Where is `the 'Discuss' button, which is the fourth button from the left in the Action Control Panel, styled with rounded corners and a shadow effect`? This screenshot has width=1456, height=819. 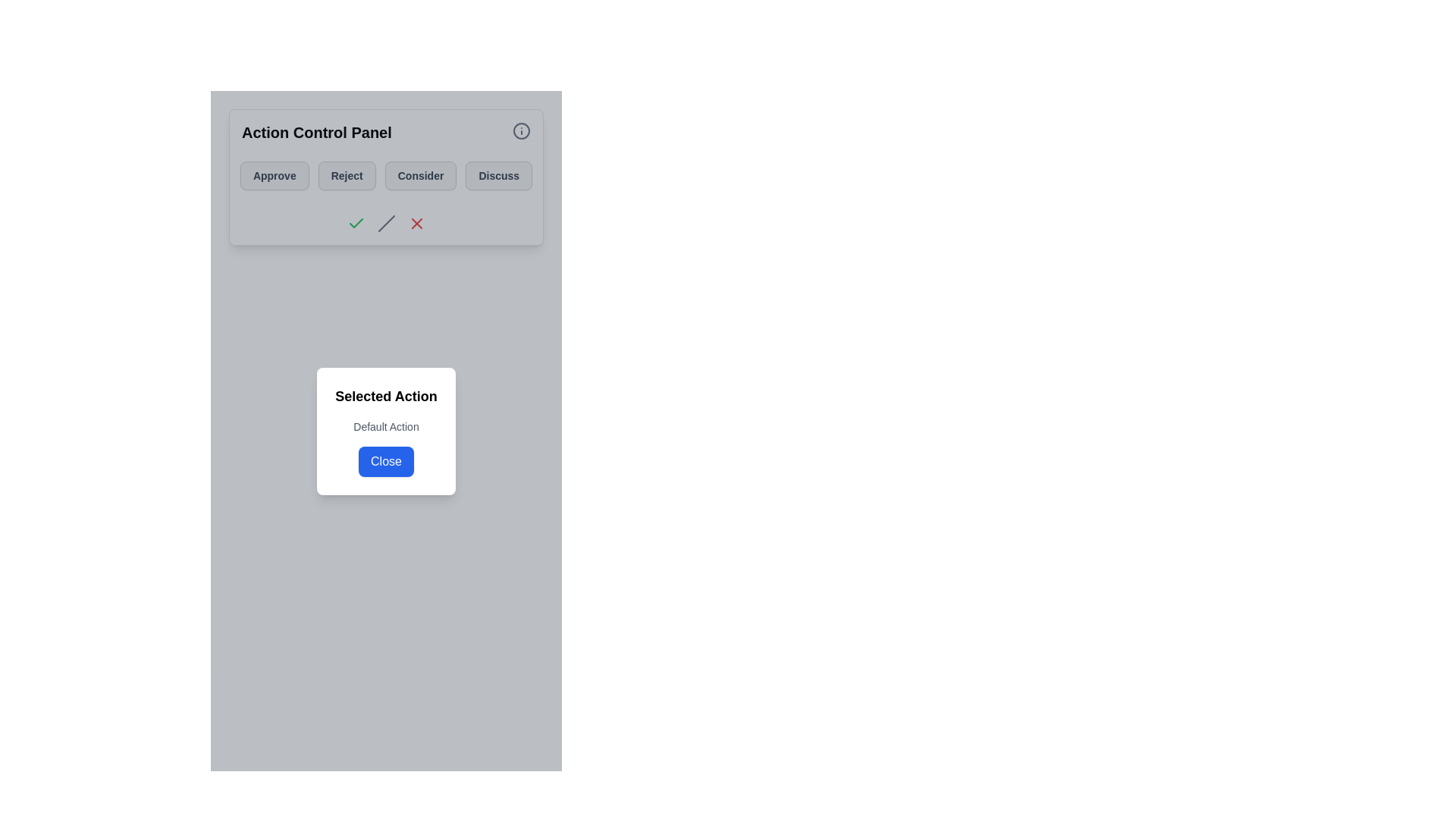 the 'Discuss' button, which is the fourth button from the left in the Action Control Panel, styled with rounded corners and a shadow effect is located at coordinates (499, 174).